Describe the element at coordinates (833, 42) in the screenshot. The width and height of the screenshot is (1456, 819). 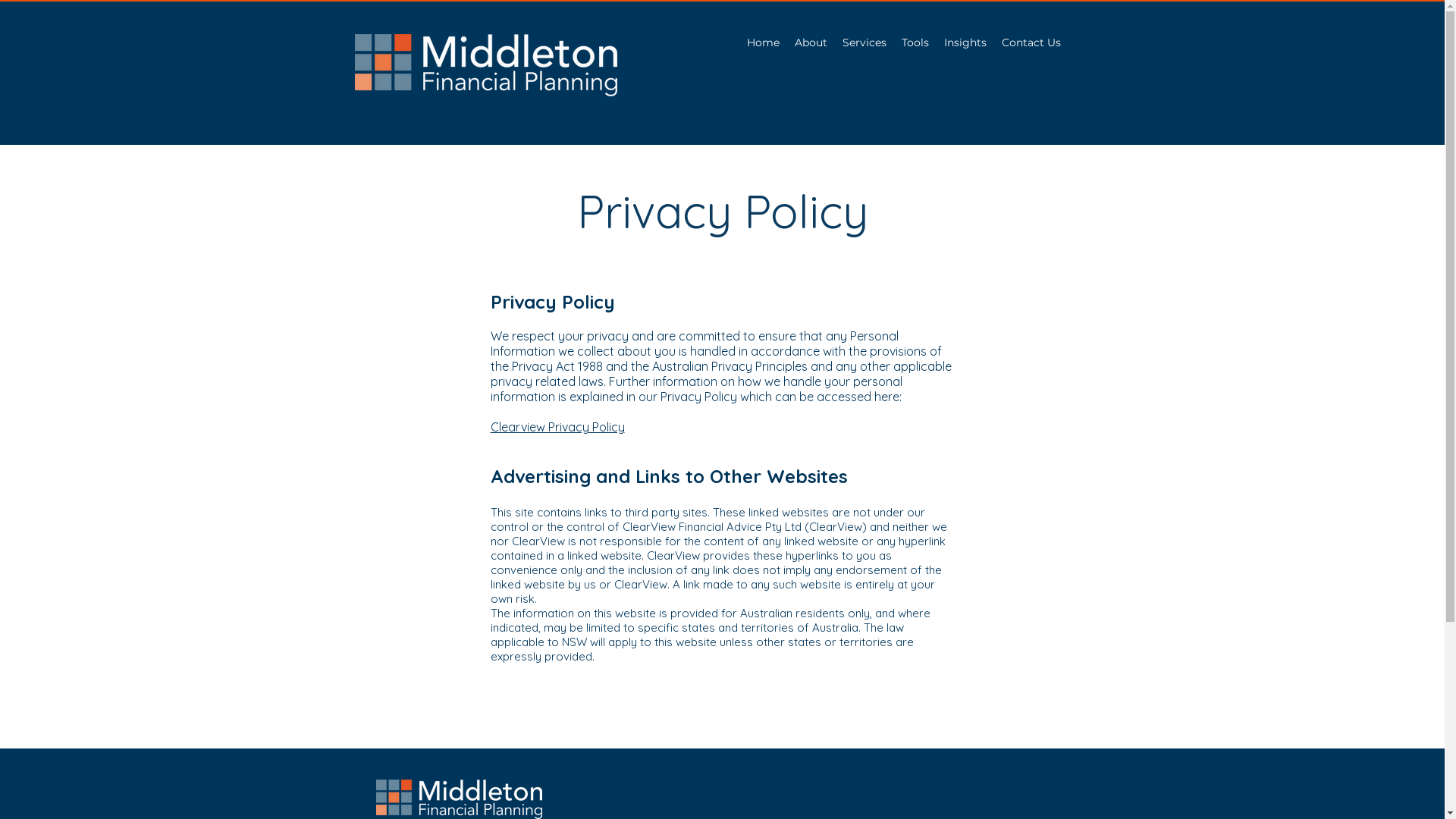
I see `'Services'` at that location.